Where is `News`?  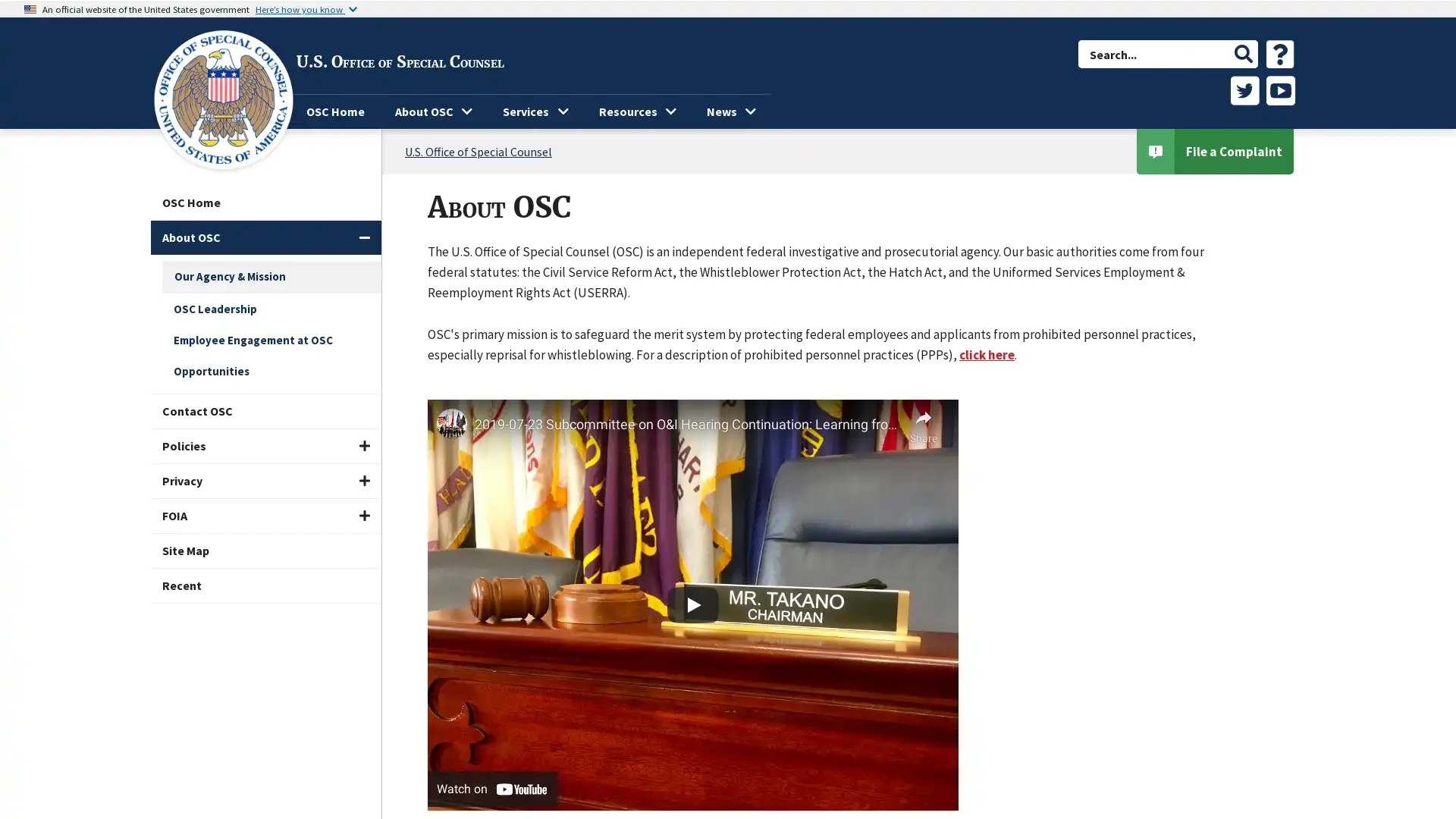 News is located at coordinates (731, 111).